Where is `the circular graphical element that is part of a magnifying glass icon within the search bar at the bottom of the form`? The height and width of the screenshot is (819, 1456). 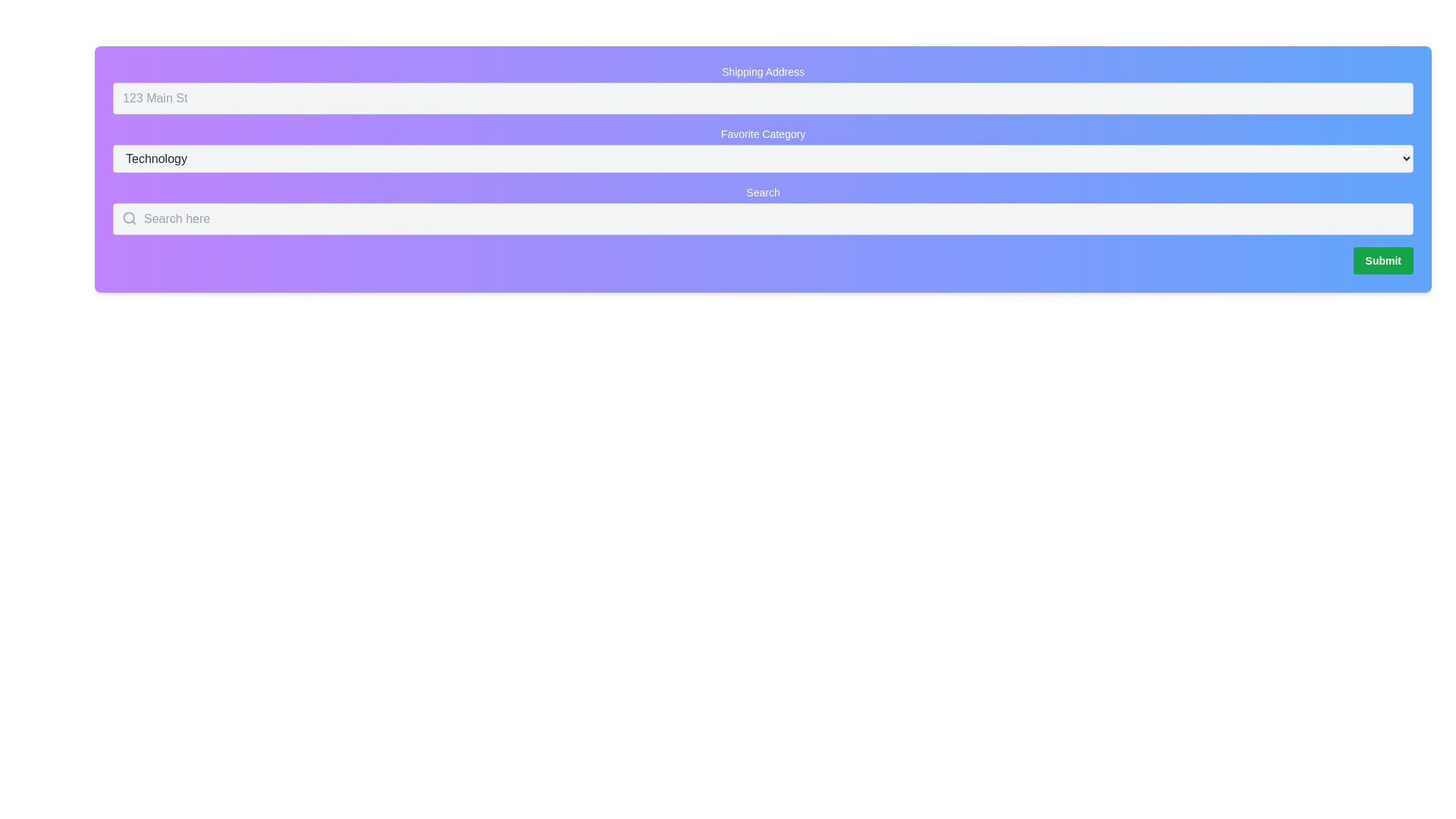 the circular graphical element that is part of a magnifying glass icon within the search bar at the bottom of the form is located at coordinates (129, 218).